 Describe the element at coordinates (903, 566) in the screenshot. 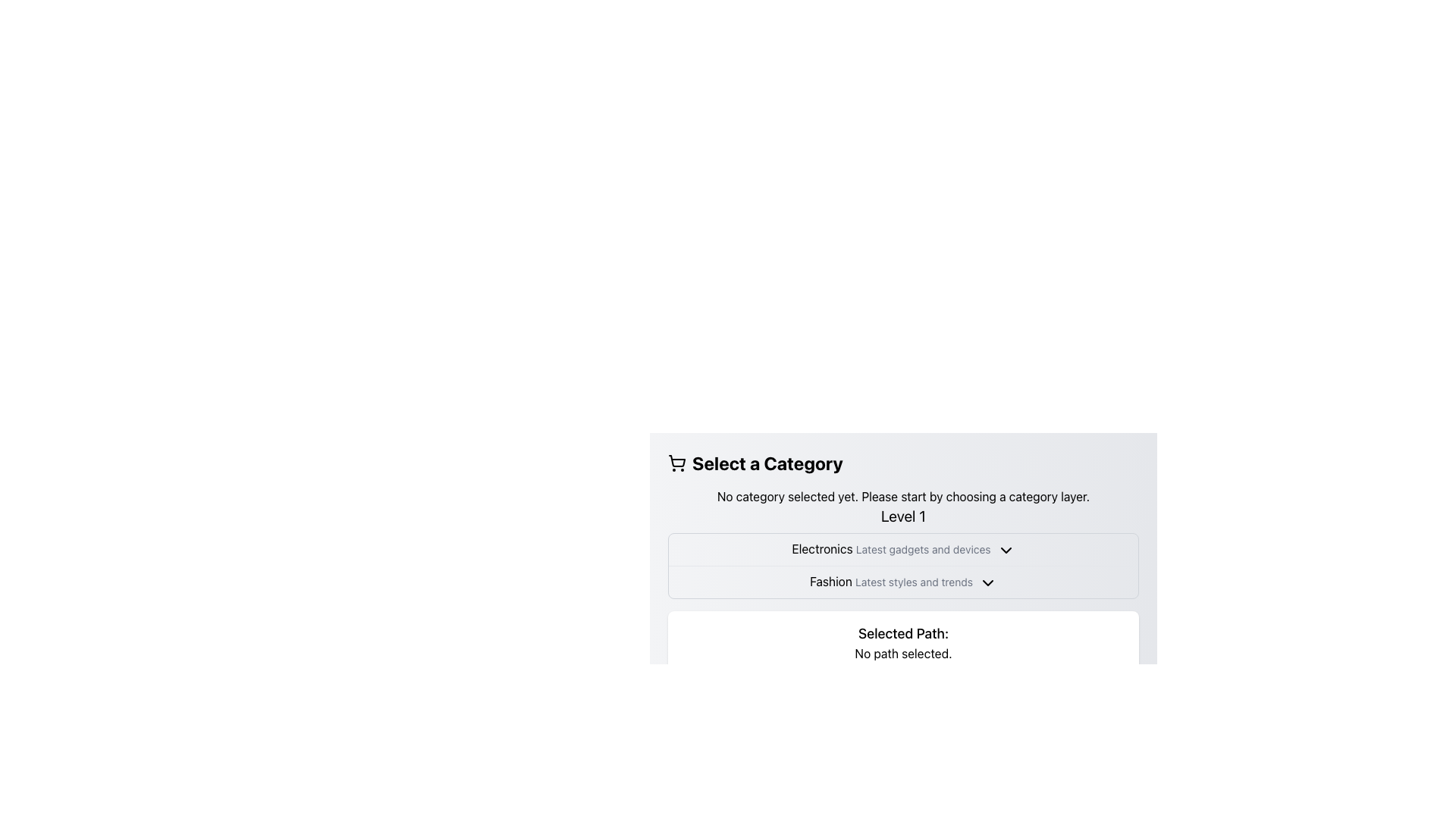

I see `the Category list element that contains the rows for 'Electronics' and 'Fashion'` at that location.